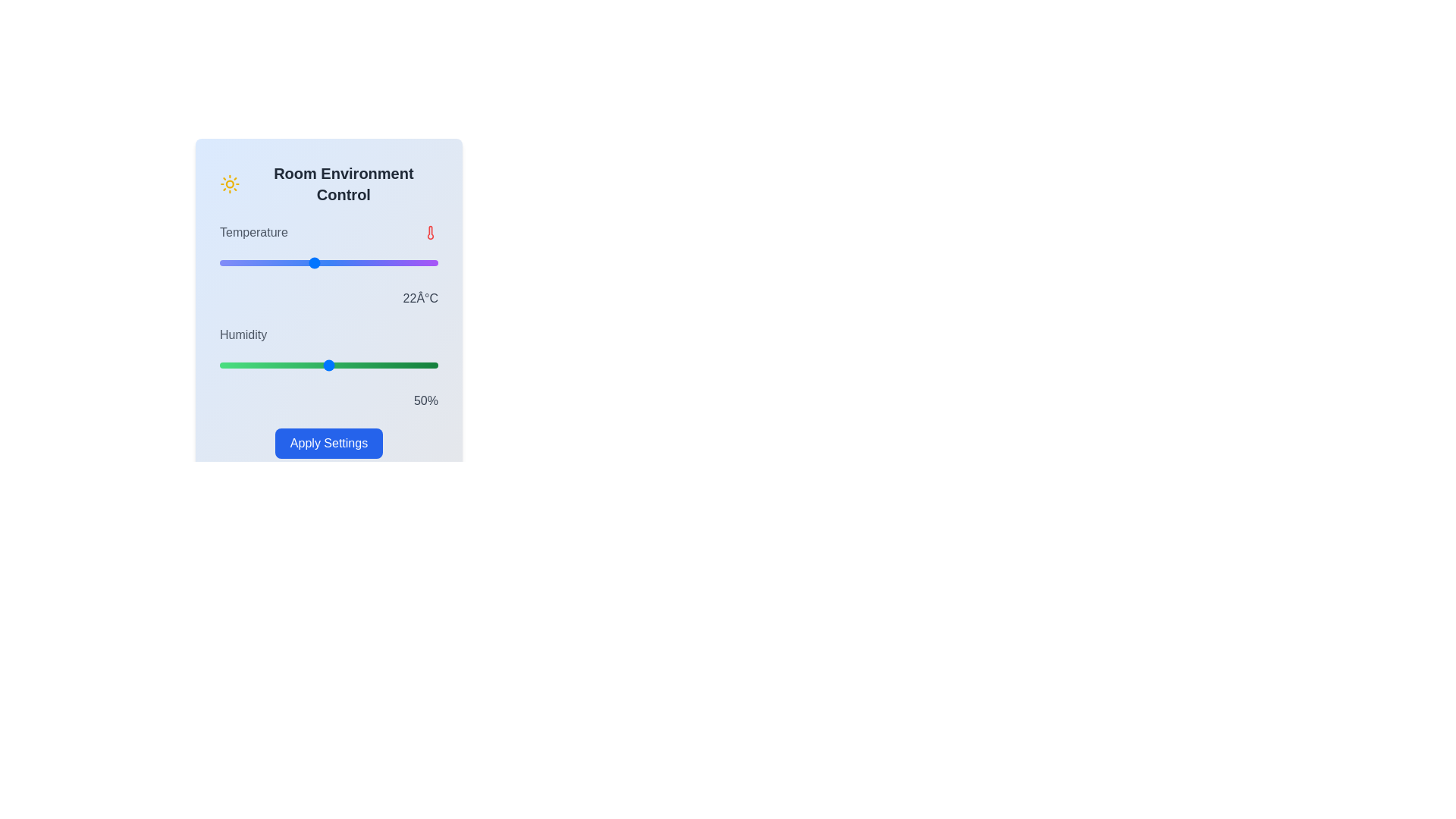 This screenshot has height=819, width=1456. What do you see at coordinates (328, 262) in the screenshot?
I see `the temperature slider to set the temperature to 23°C` at bounding box center [328, 262].